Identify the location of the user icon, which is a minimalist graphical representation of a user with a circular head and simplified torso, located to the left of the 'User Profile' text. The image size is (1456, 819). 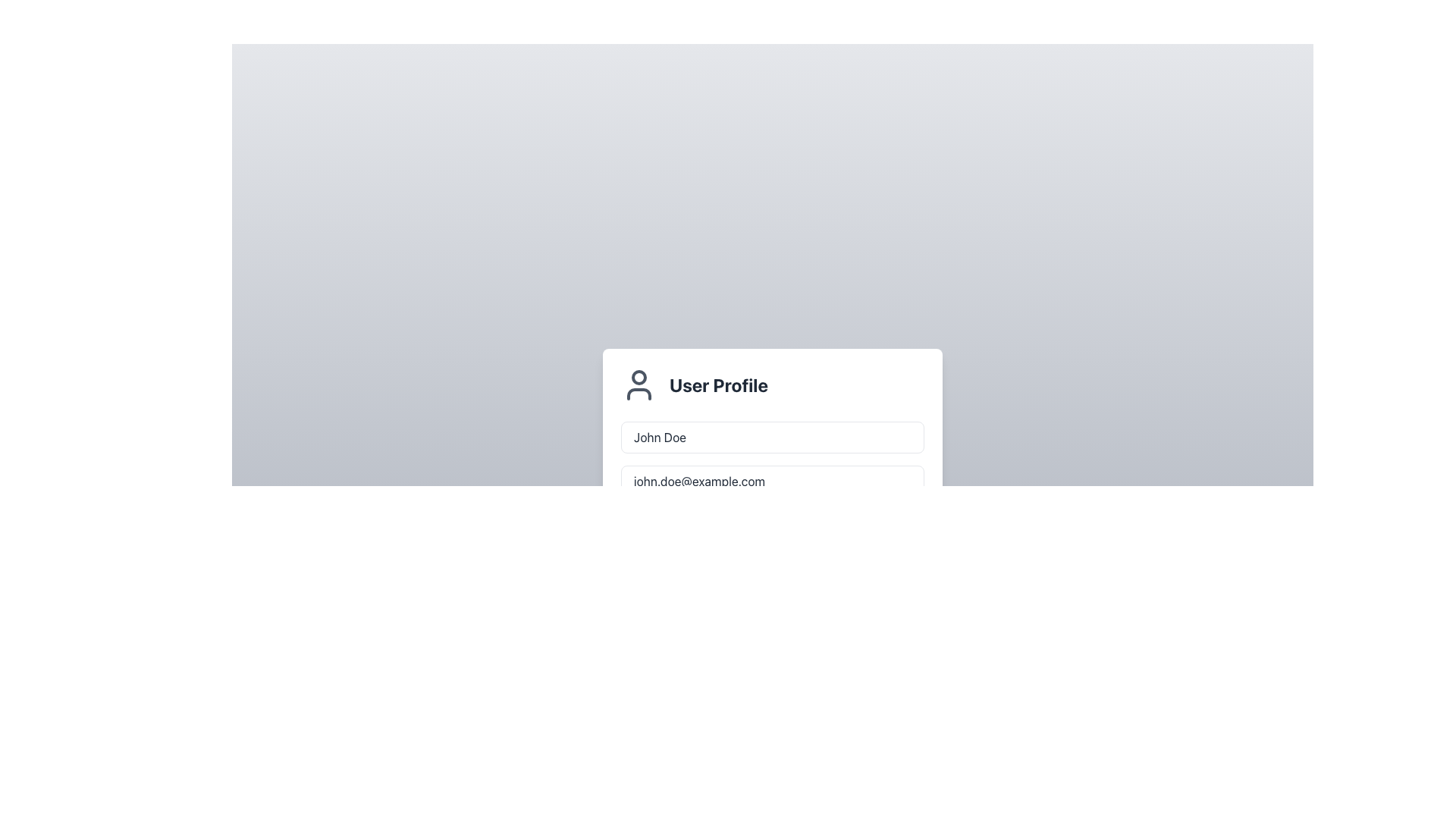
(639, 384).